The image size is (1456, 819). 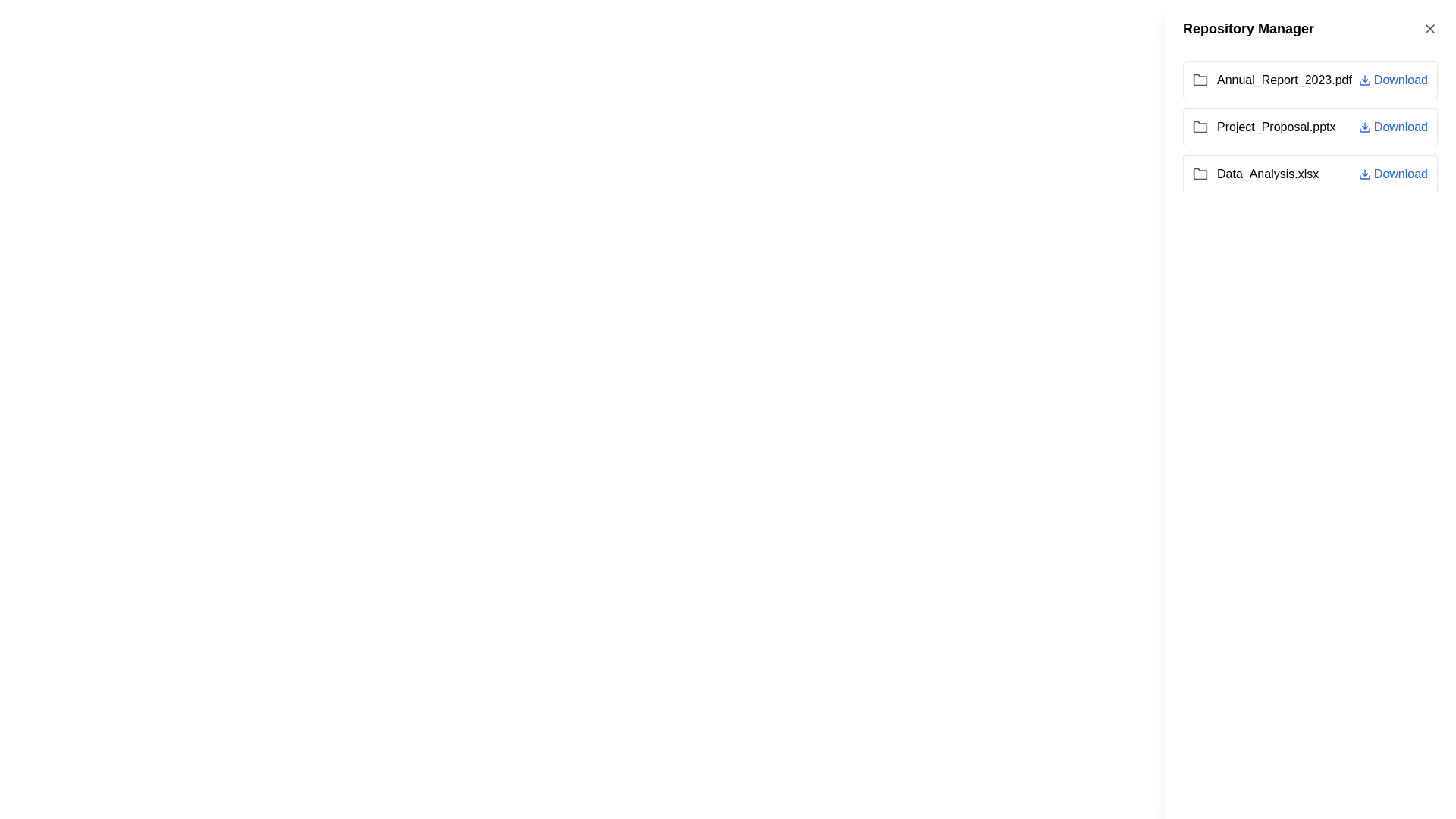 What do you see at coordinates (1364, 127) in the screenshot?
I see `the download icon associated with the 'Project_Proposal.pptx' file in the download list` at bounding box center [1364, 127].